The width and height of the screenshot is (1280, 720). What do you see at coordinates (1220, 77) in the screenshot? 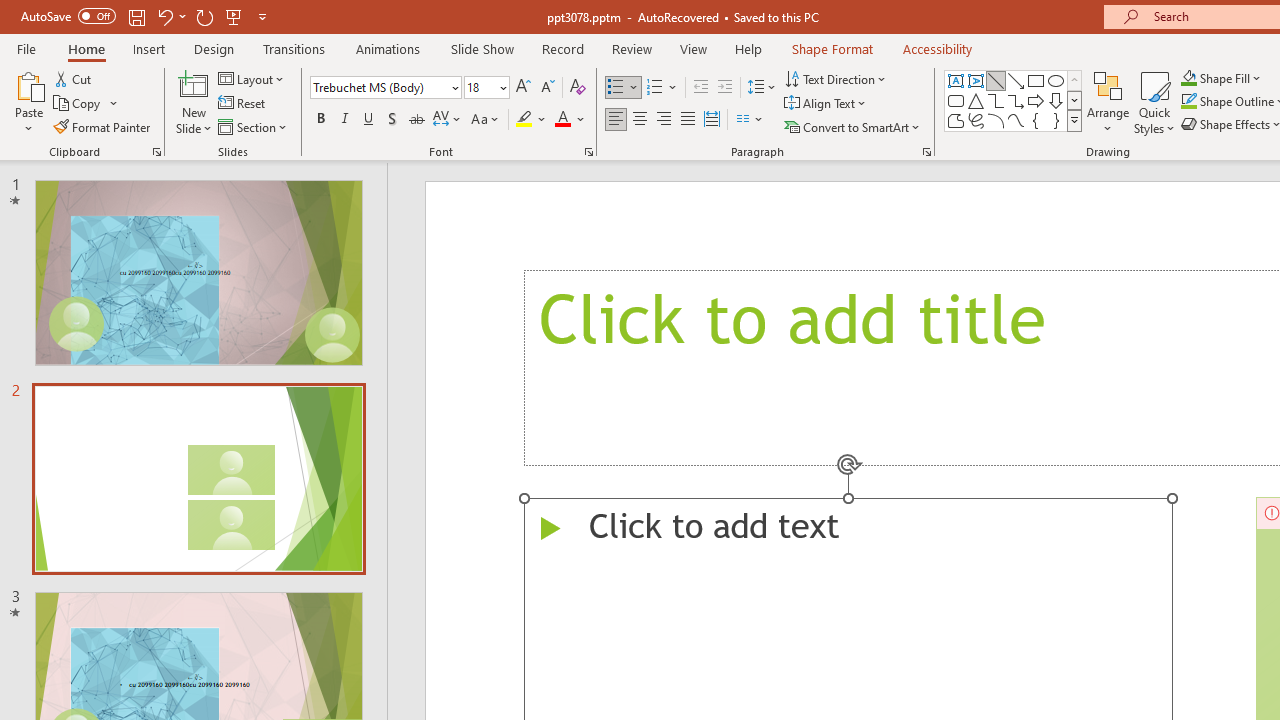
I see `'Shape Fill'` at bounding box center [1220, 77].